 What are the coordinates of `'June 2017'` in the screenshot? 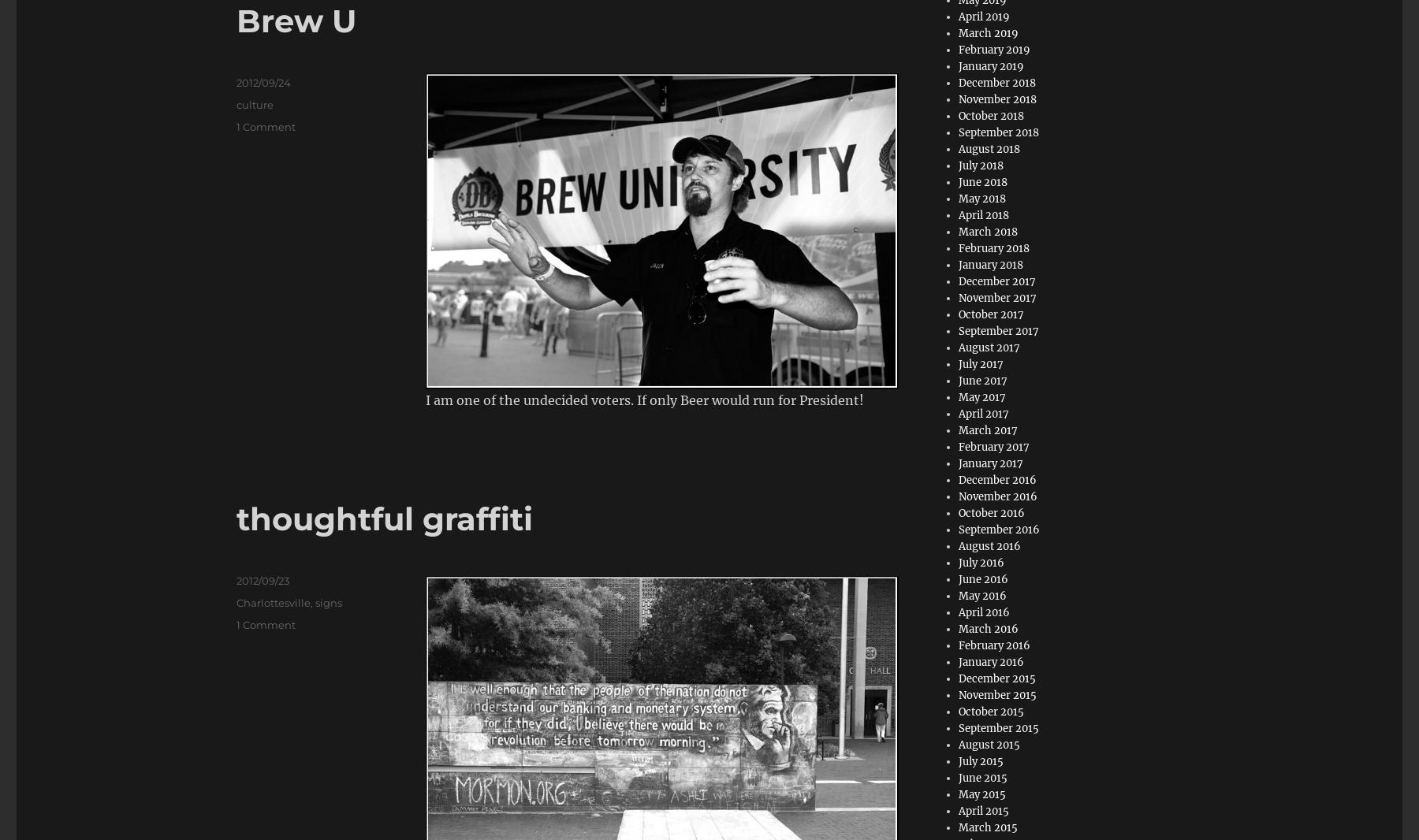 It's located at (983, 381).